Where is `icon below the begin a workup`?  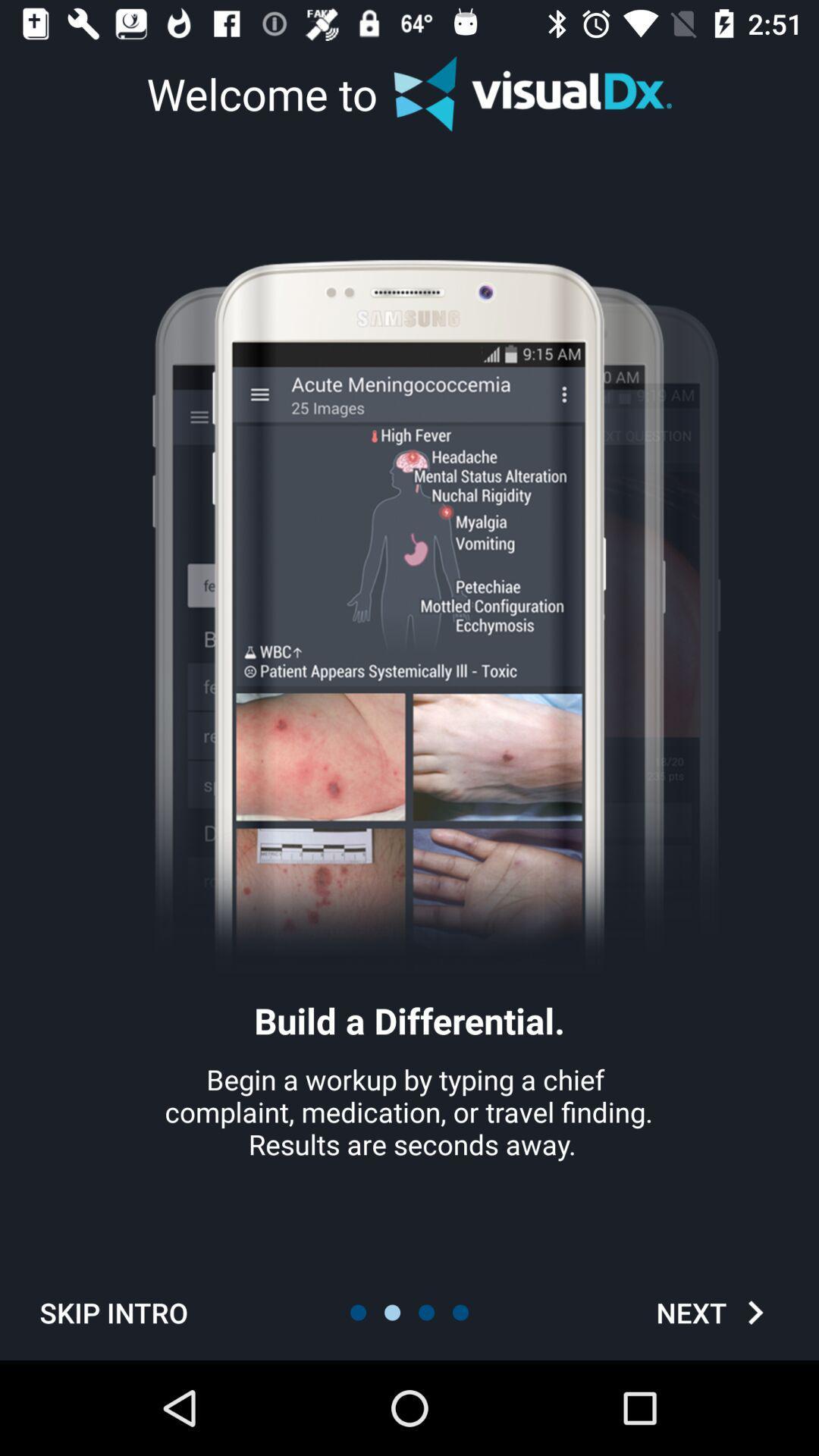 icon below the begin a workup is located at coordinates (715, 1312).